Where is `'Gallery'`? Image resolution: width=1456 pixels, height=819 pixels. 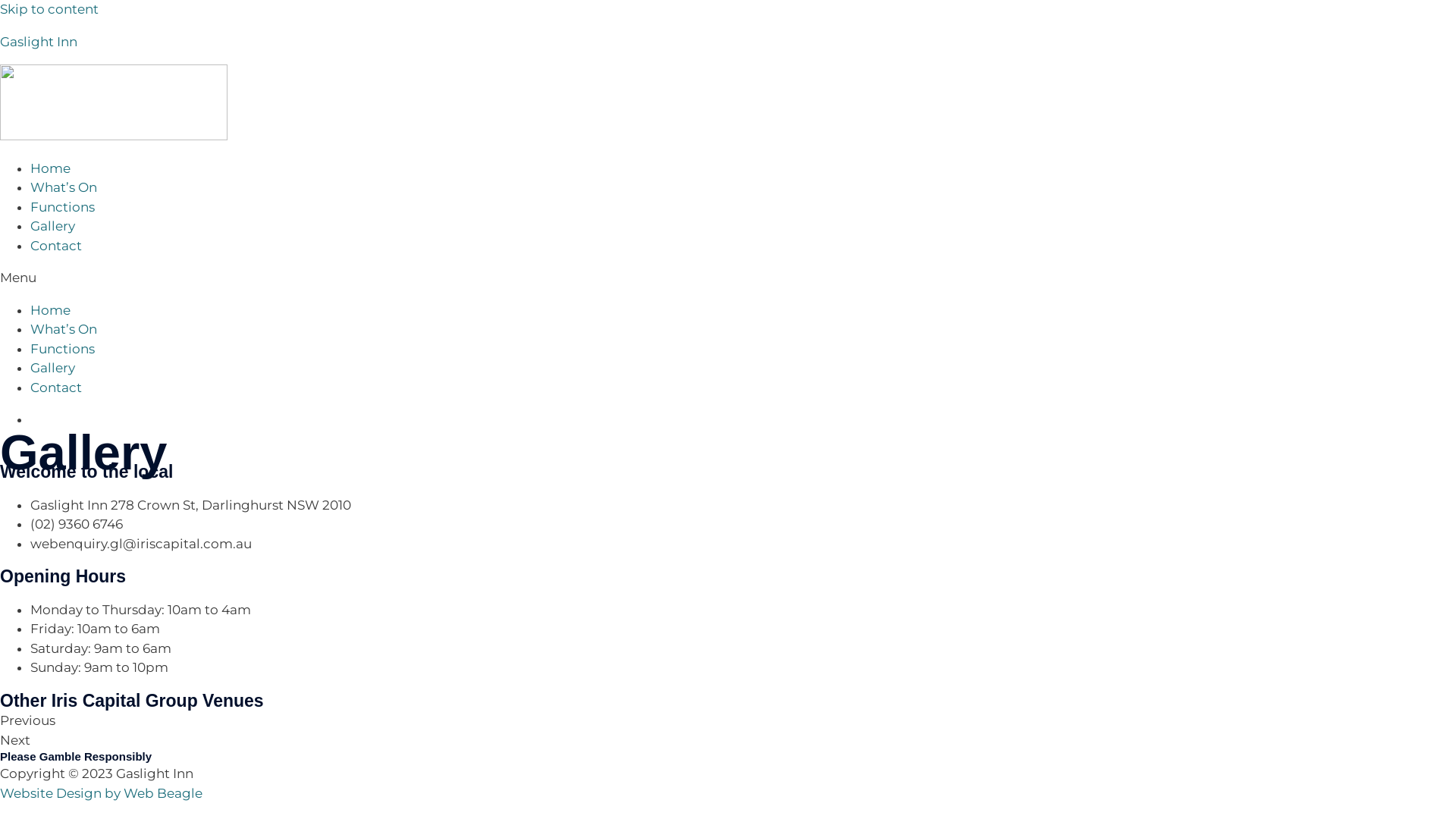 'Gallery' is located at coordinates (52, 368).